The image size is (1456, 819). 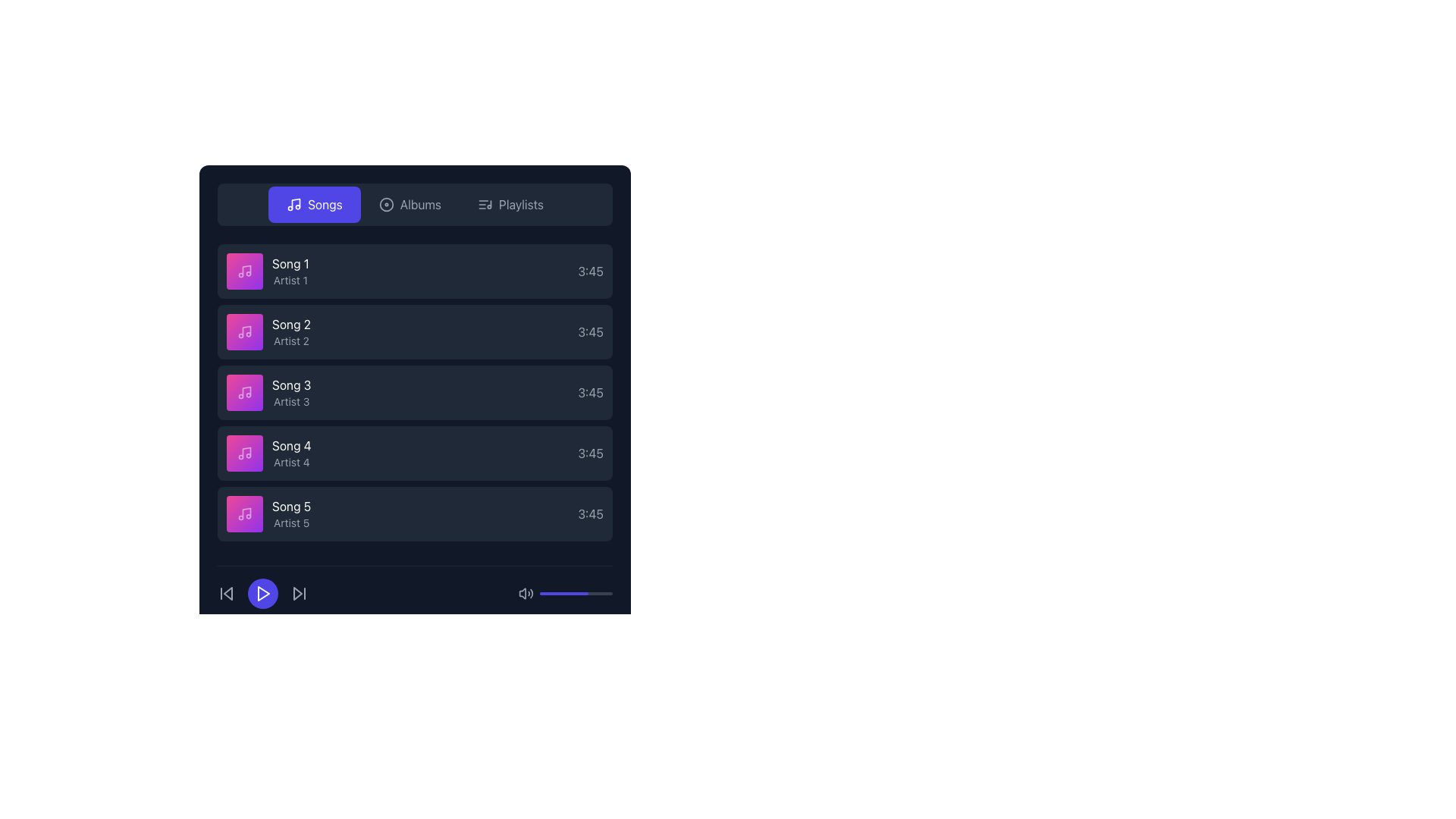 What do you see at coordinates (291, 331) in the screenshot?
I see `the second song item in the list under the 'Songs' header` at bounding box center [291, 331].